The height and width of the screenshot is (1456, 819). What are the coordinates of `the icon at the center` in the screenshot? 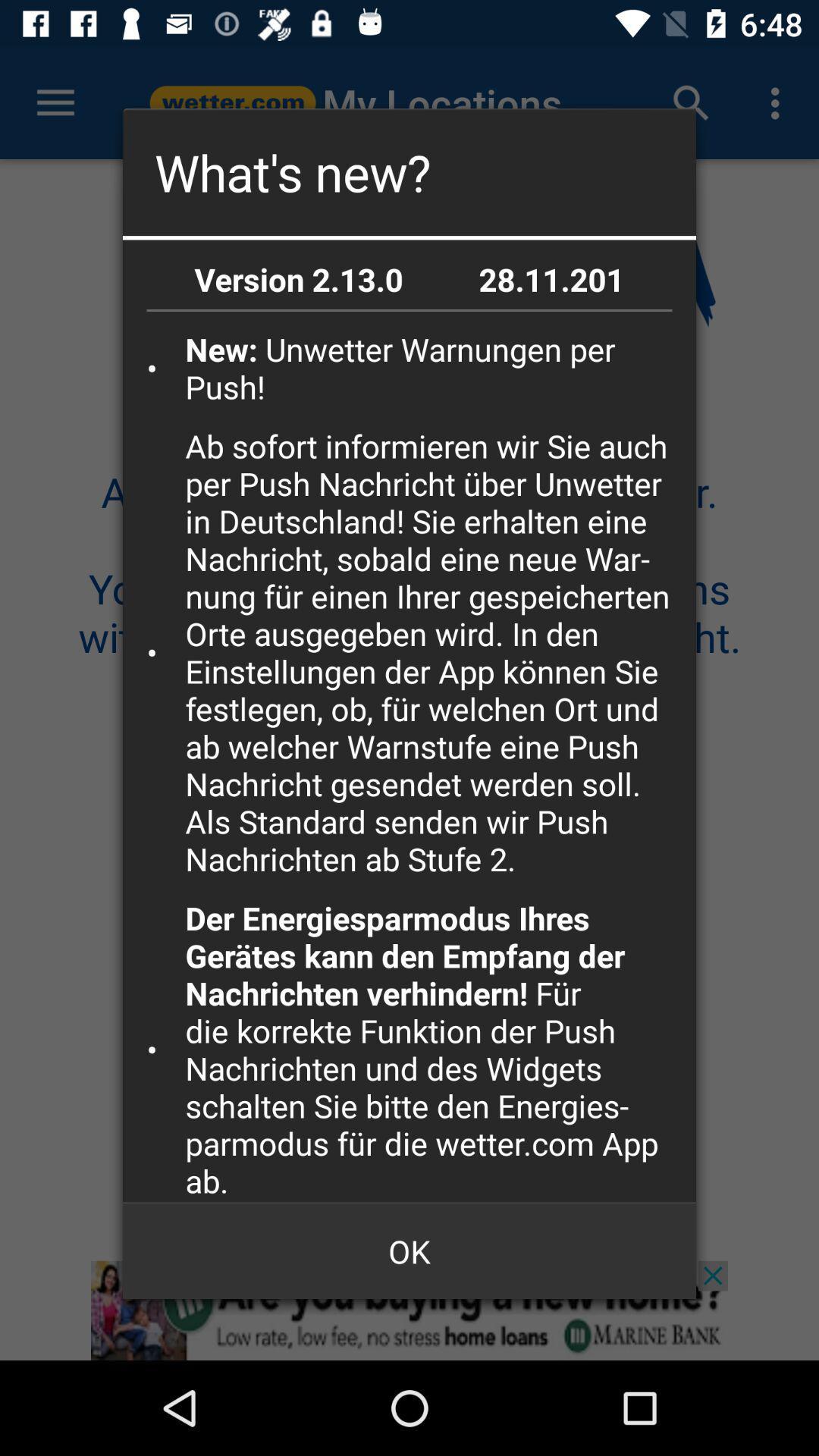 It's located at (435, 652).